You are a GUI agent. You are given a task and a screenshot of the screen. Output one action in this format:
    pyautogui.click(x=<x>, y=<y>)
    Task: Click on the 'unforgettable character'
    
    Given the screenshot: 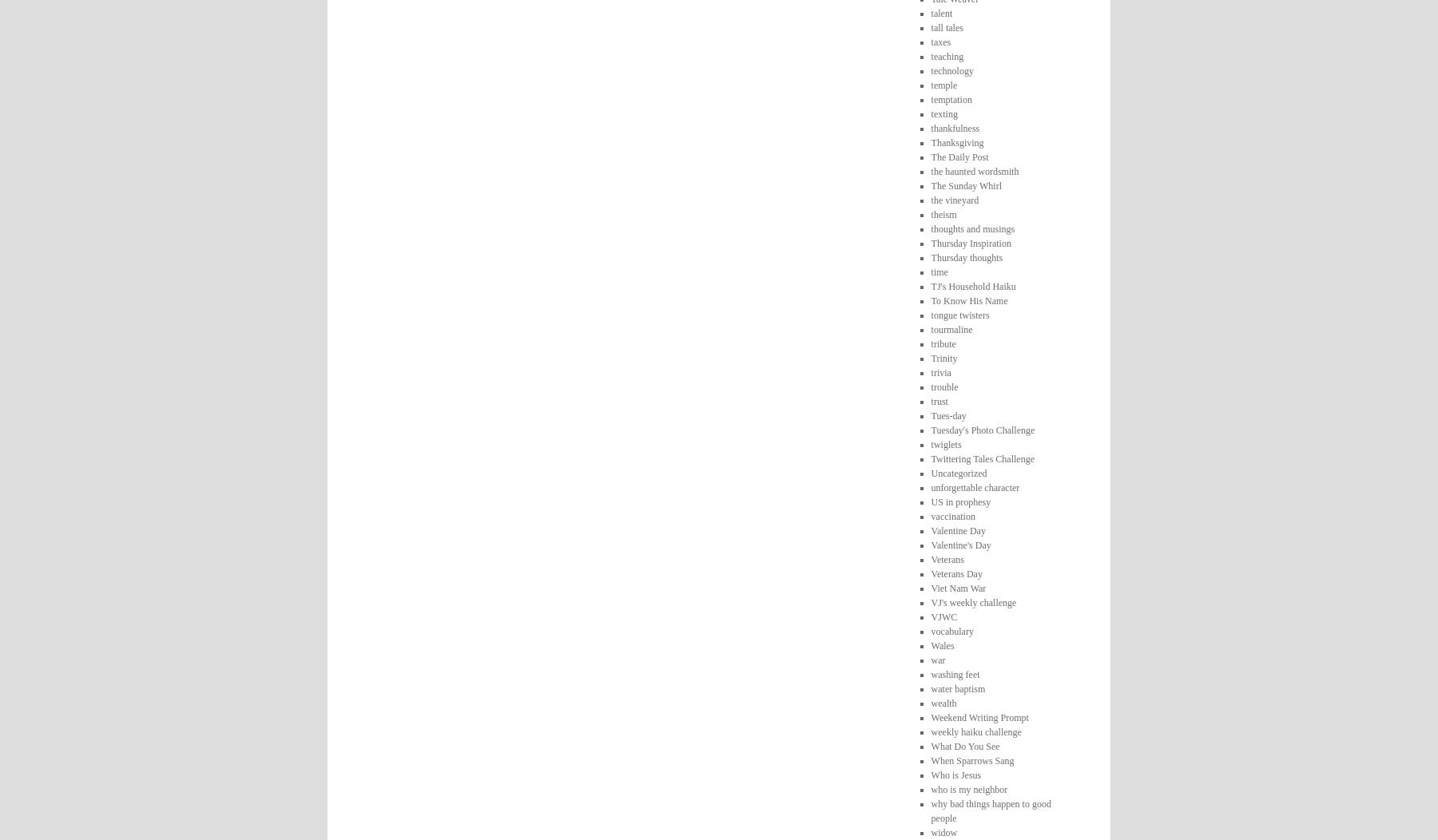 What is the action you would take?
    pyautogui.click(x=929, y=485)
    